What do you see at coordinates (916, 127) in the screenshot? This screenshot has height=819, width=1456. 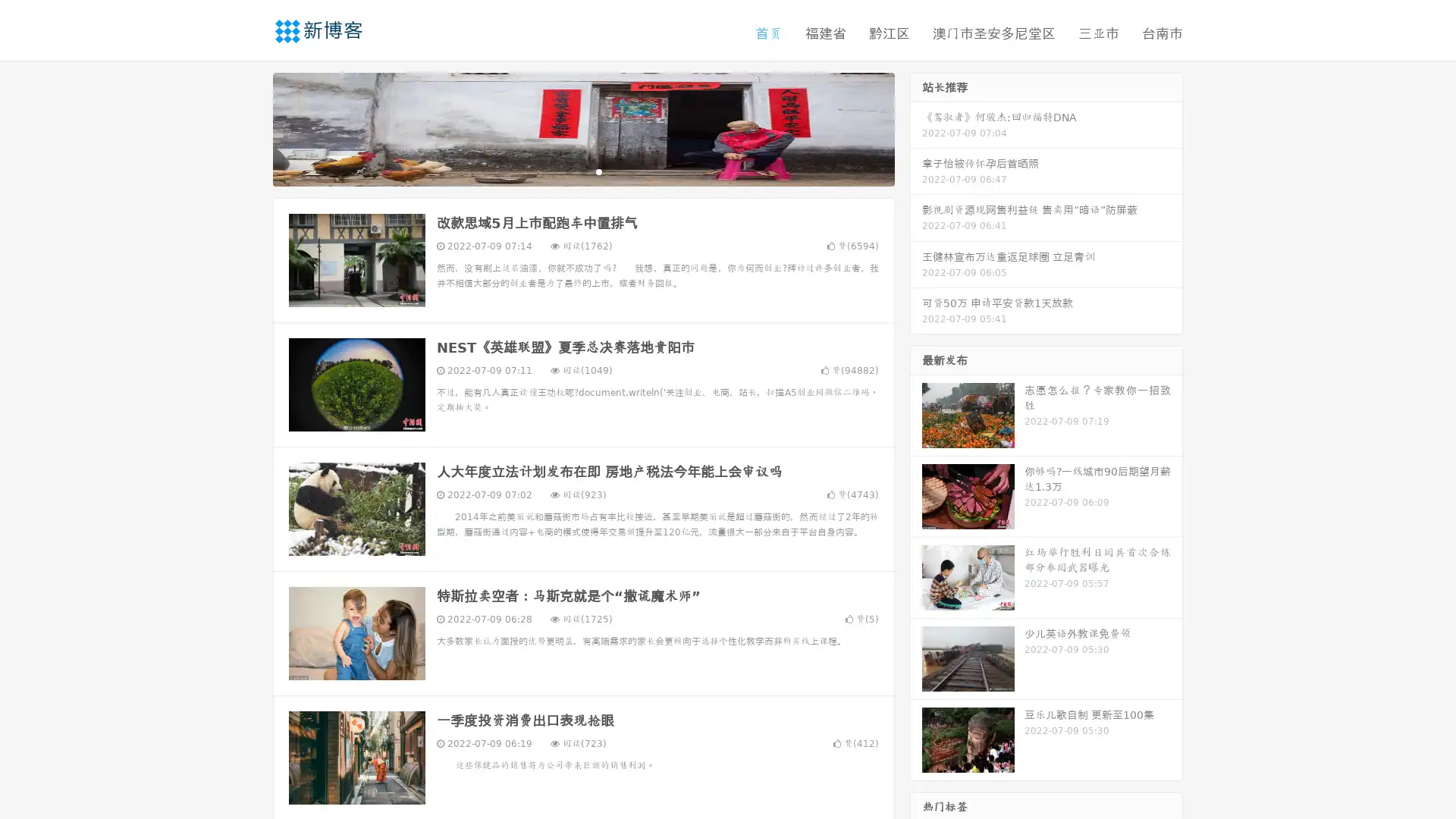 I see `Next slide` at bounding box center [916, 127].